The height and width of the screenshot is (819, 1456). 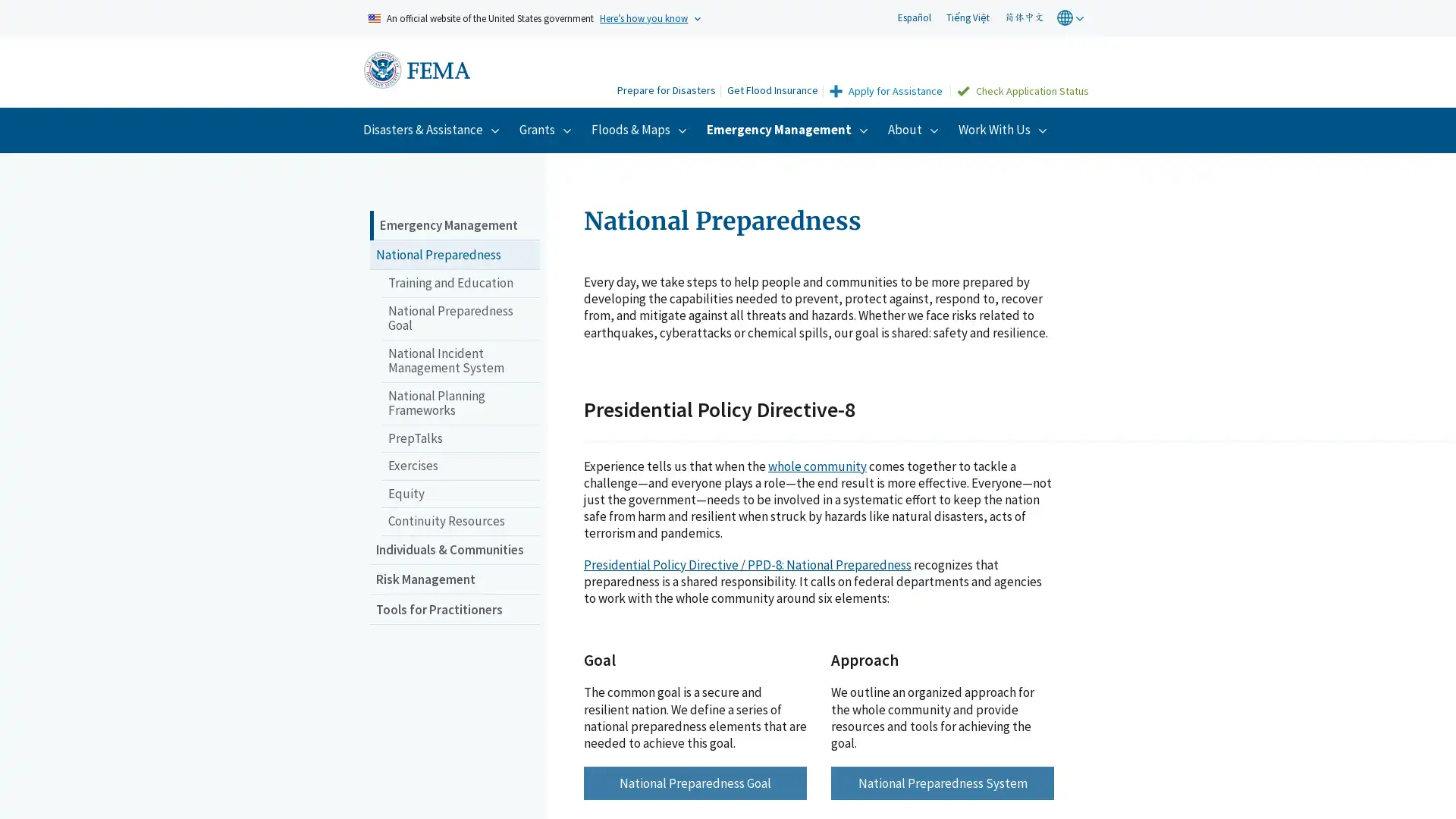 I want to click on Work With Us, so click(x=1005, y=128).